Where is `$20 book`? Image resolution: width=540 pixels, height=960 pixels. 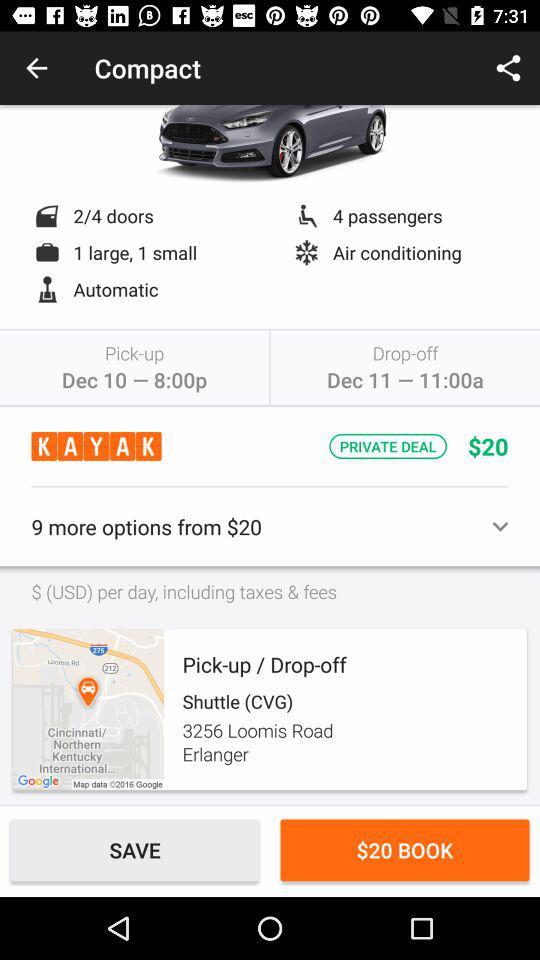 $20 book is located at coordinates (405, 849).